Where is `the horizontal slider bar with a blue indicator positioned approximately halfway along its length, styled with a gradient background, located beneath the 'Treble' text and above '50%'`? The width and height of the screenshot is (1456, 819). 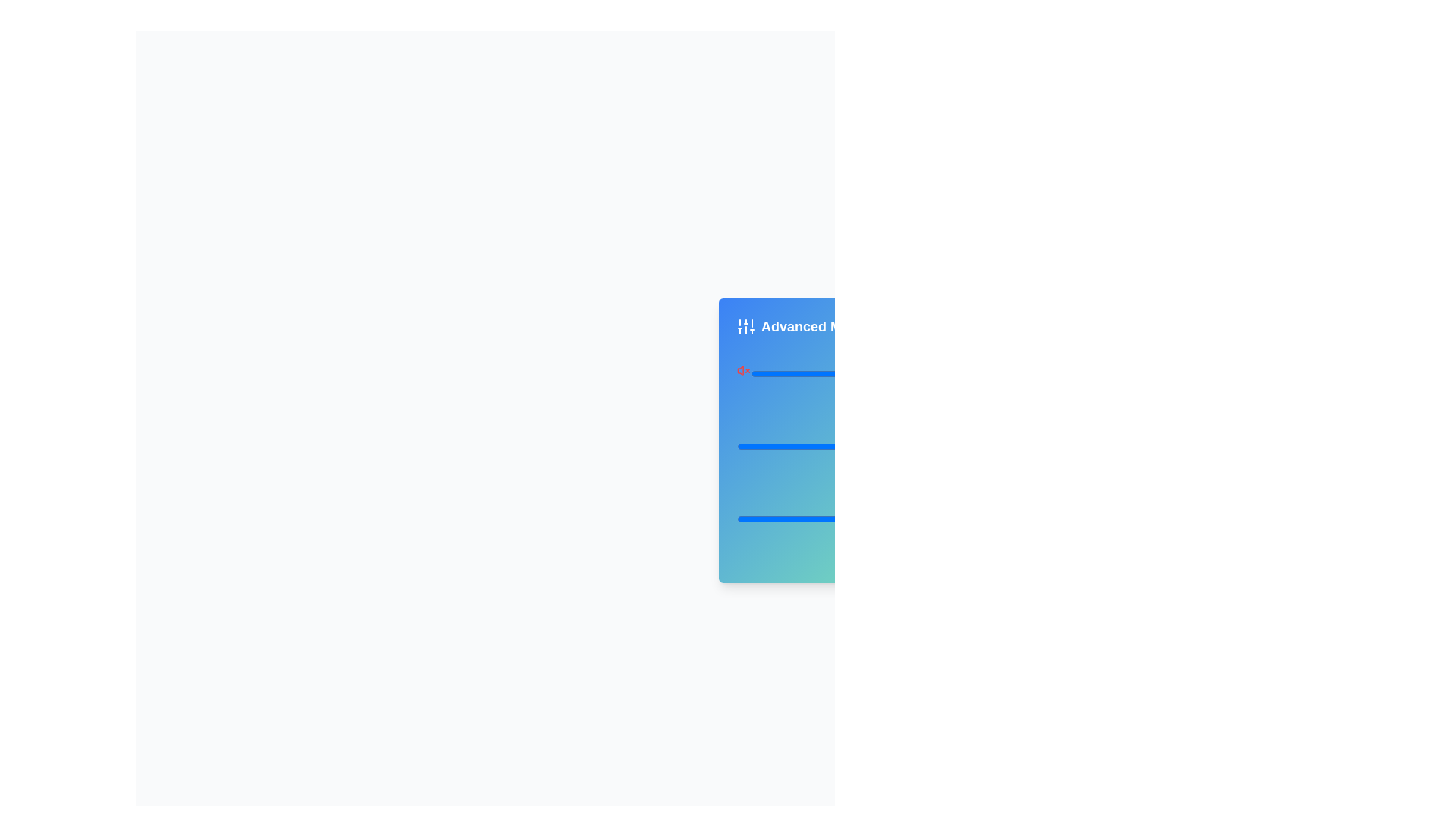
the horizontal slider bar with a blue indicator positioned approximately halfway along its length, styled with a gradient background, located beneath the 'Treble' text and above '50%' is located at coordinates (864, 516).